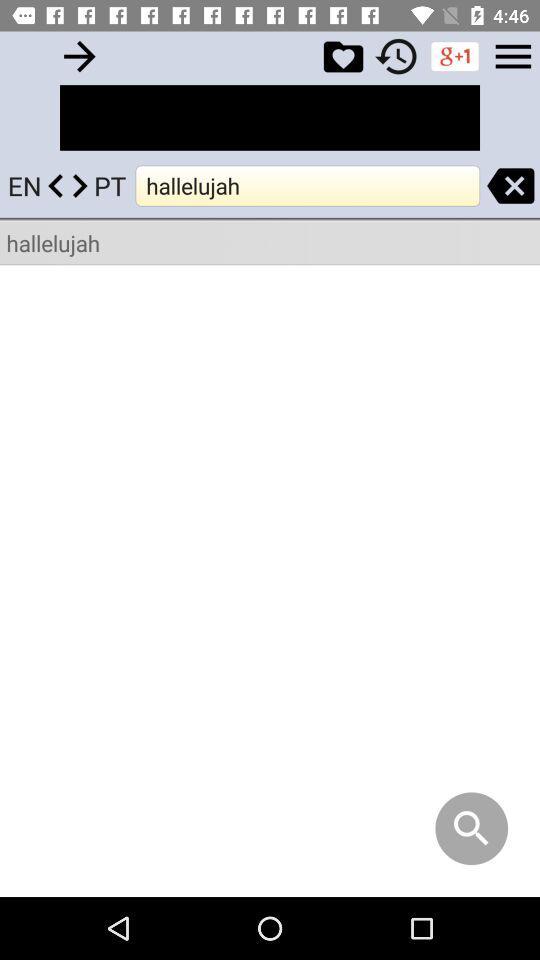 The height and width of the screenshot is (960, 540). What do you see at coordinates (396, 55) in the screenshot?
I see `the history icon` at bounding box center [396, 55].